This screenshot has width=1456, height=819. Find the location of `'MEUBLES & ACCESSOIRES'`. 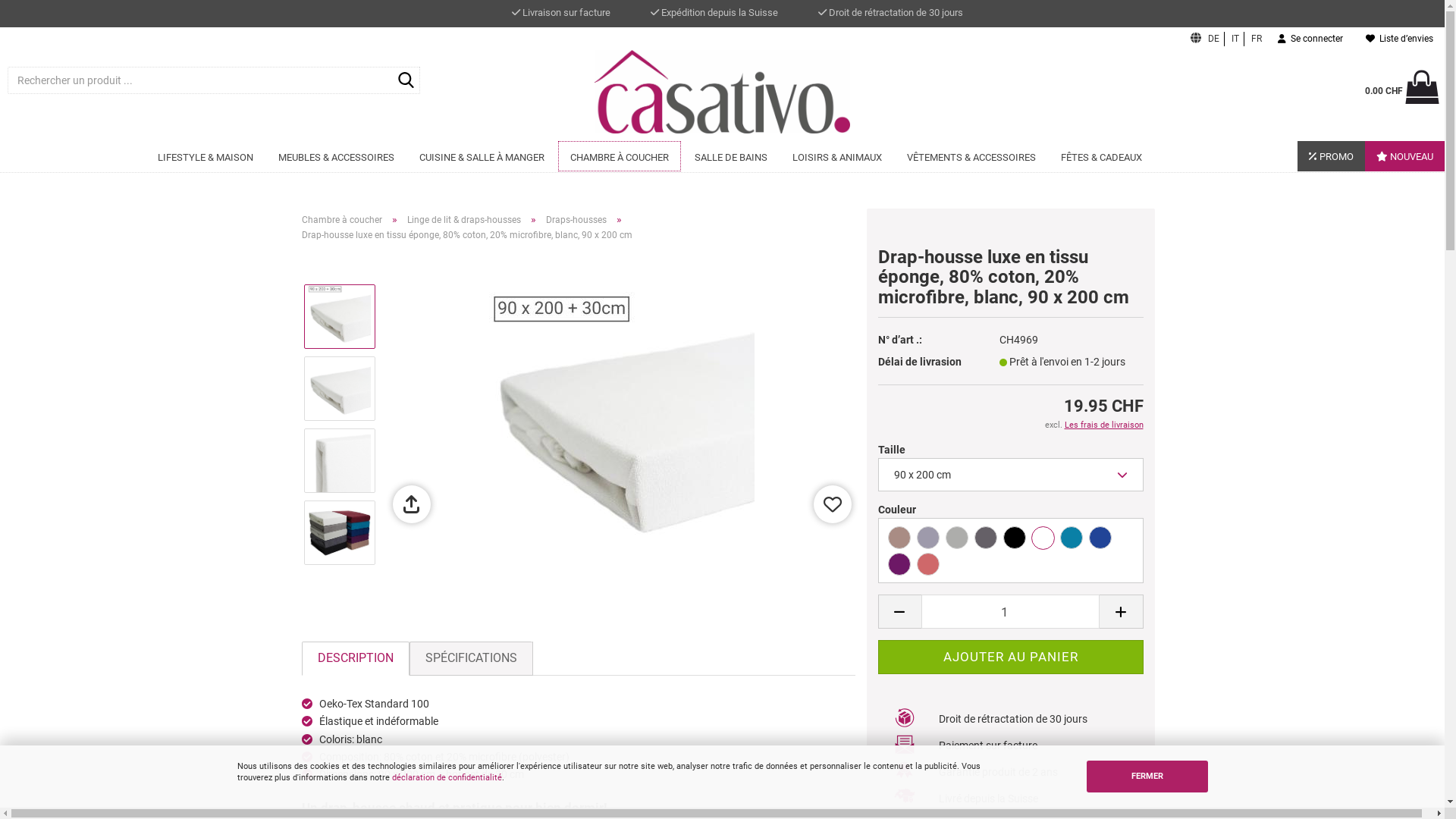

'MEUBLES & ACCESSOIRES' is located at coordinates (335, 157).